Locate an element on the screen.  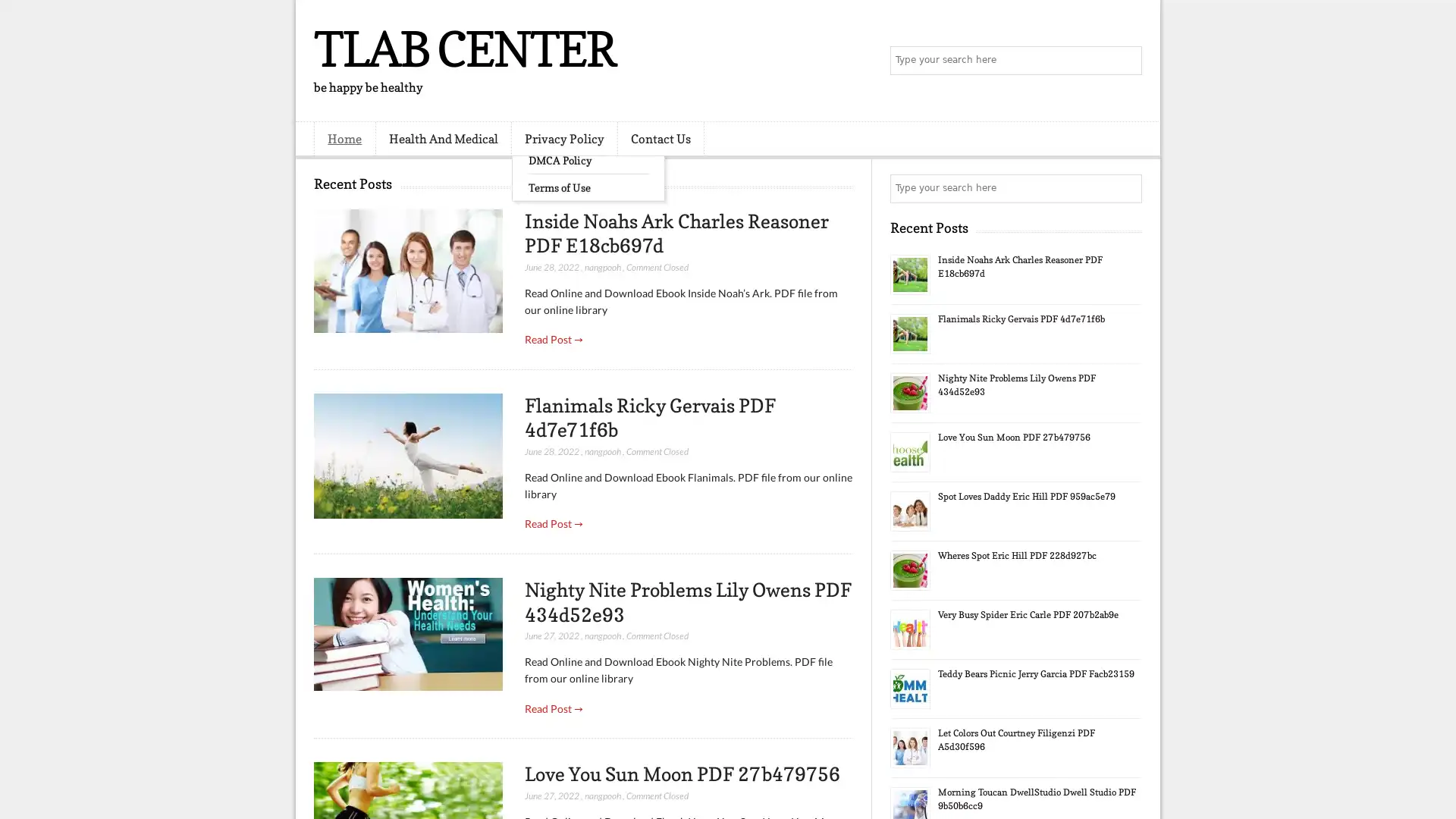
Search is located at coordinates (1126, 61).